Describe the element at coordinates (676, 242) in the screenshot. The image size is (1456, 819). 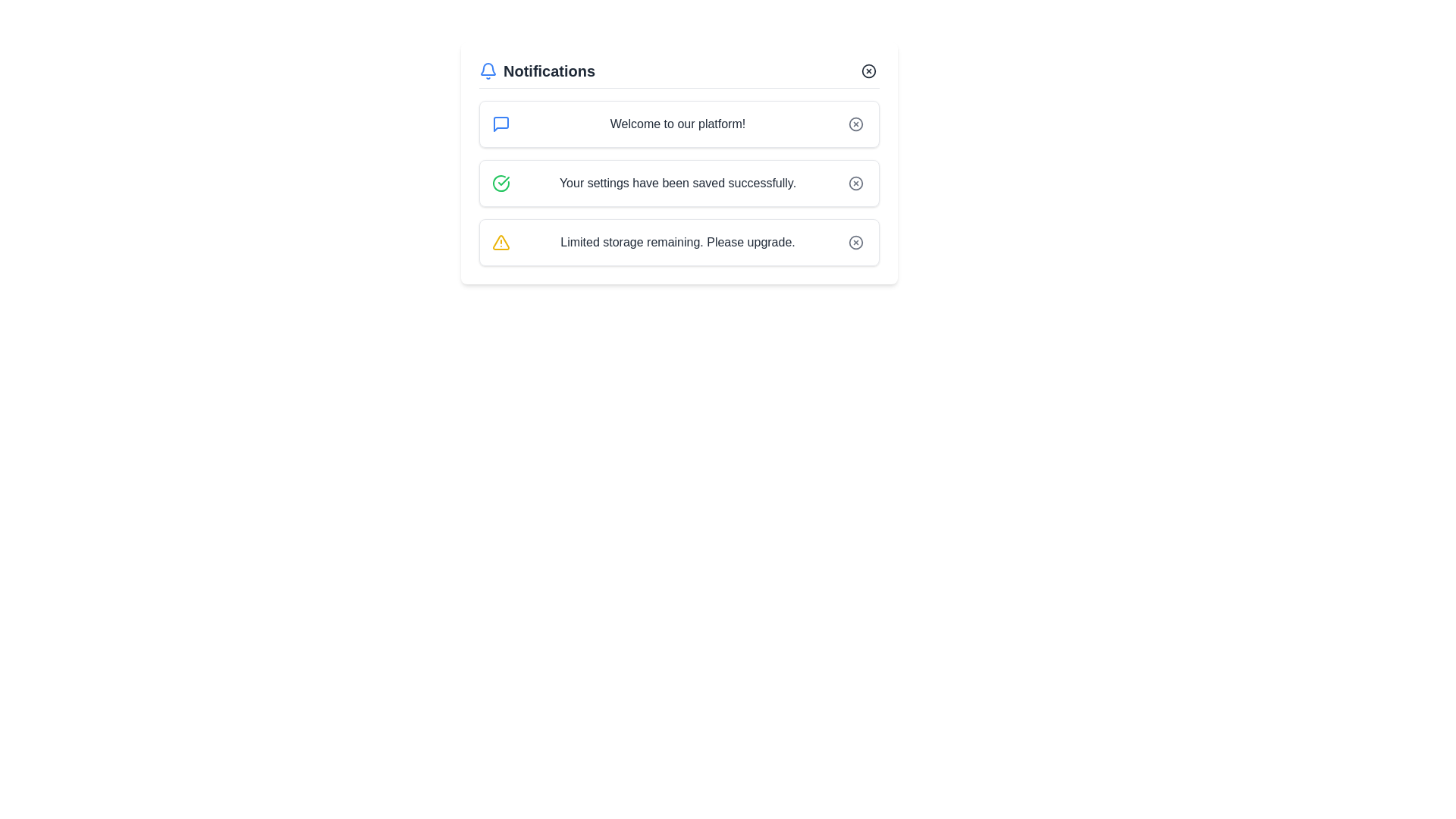
I see `the third notification text label within the notification panel that conveys a warning about low storage, which is characterized by a light yellow background and is located adjacent to a warning icon` at that location.